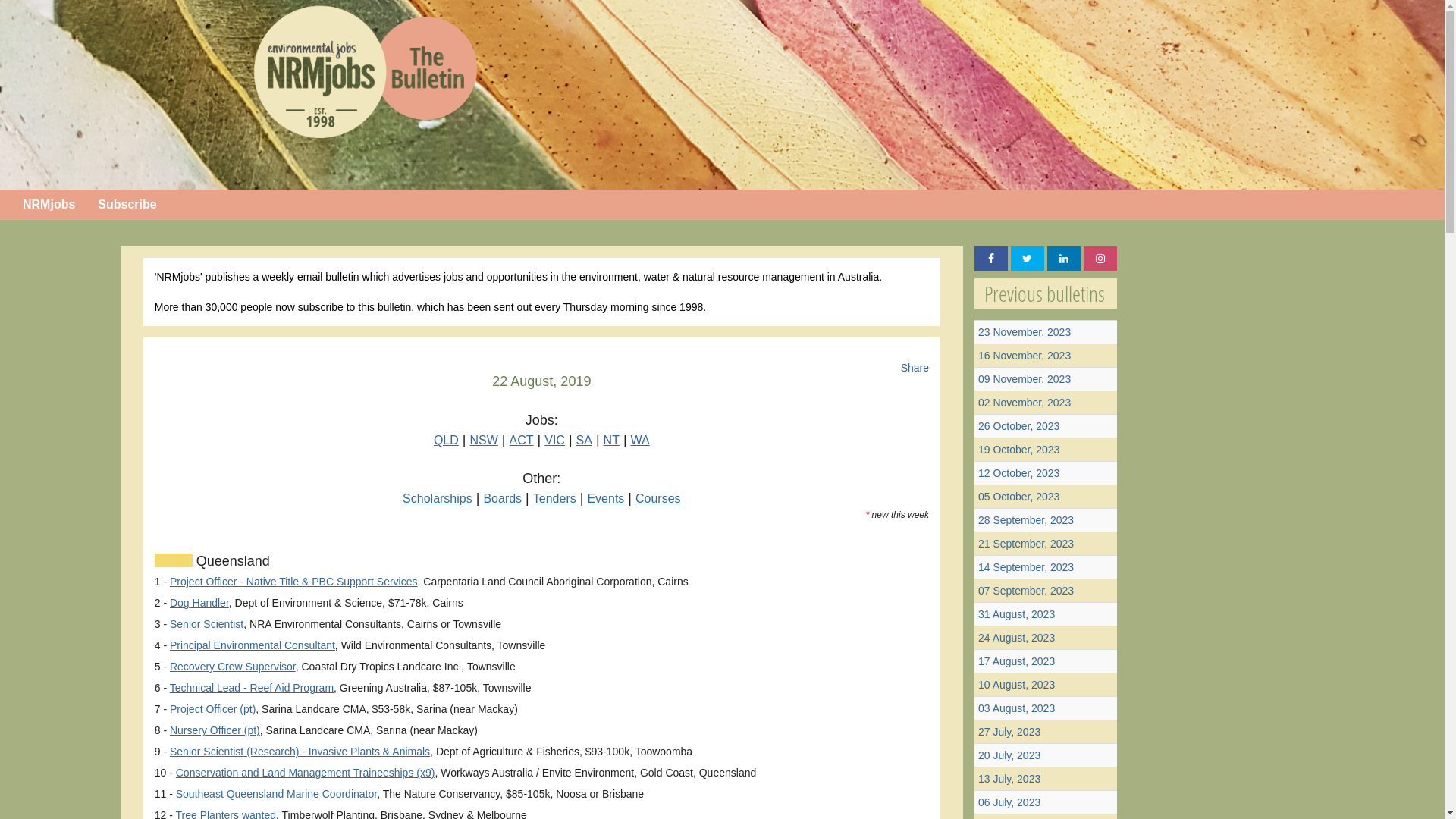  I want to click on 'Dog Handler', so click(199, 601).